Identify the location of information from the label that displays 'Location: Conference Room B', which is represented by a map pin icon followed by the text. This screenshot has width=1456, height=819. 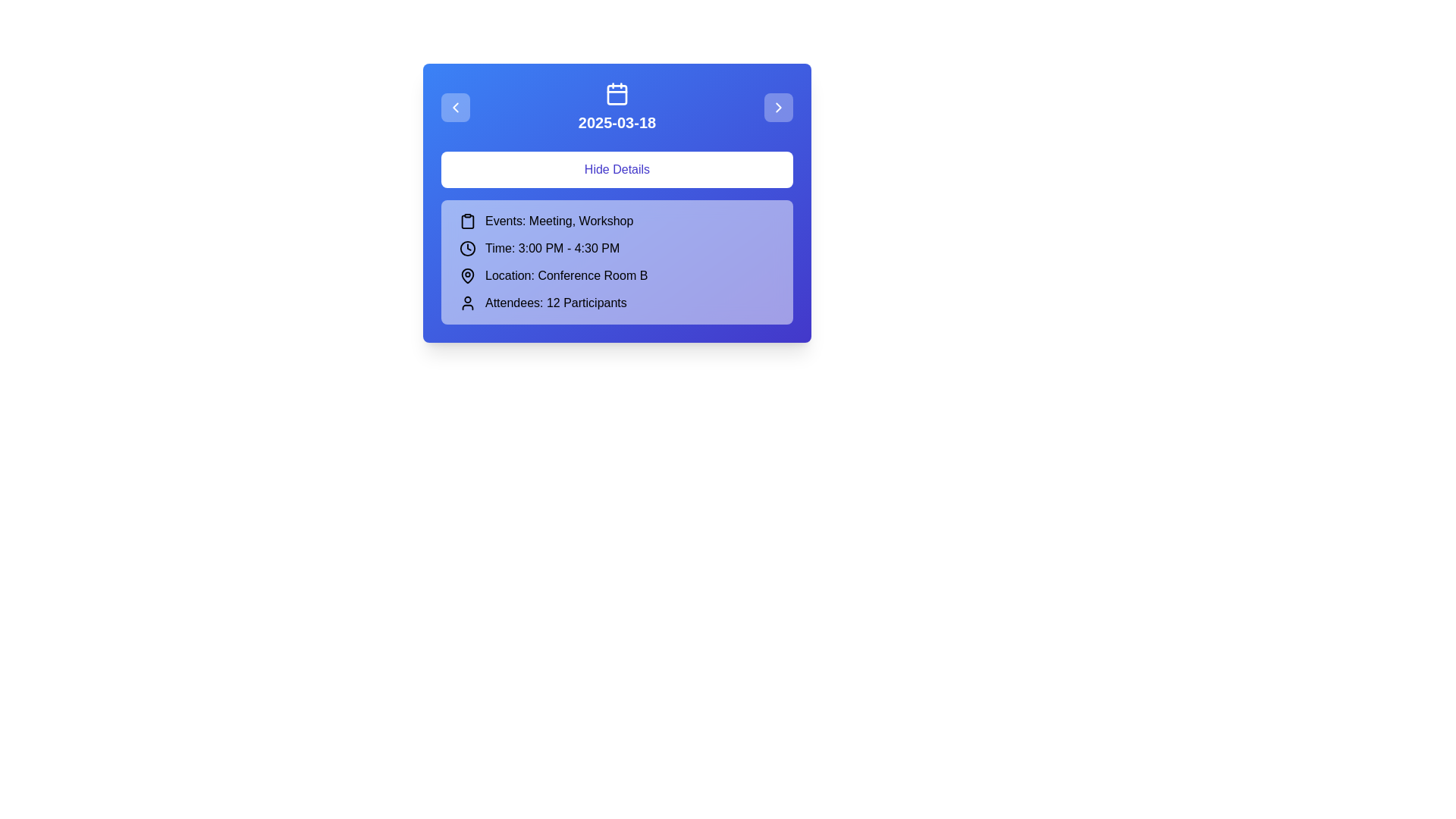
(617, 275).